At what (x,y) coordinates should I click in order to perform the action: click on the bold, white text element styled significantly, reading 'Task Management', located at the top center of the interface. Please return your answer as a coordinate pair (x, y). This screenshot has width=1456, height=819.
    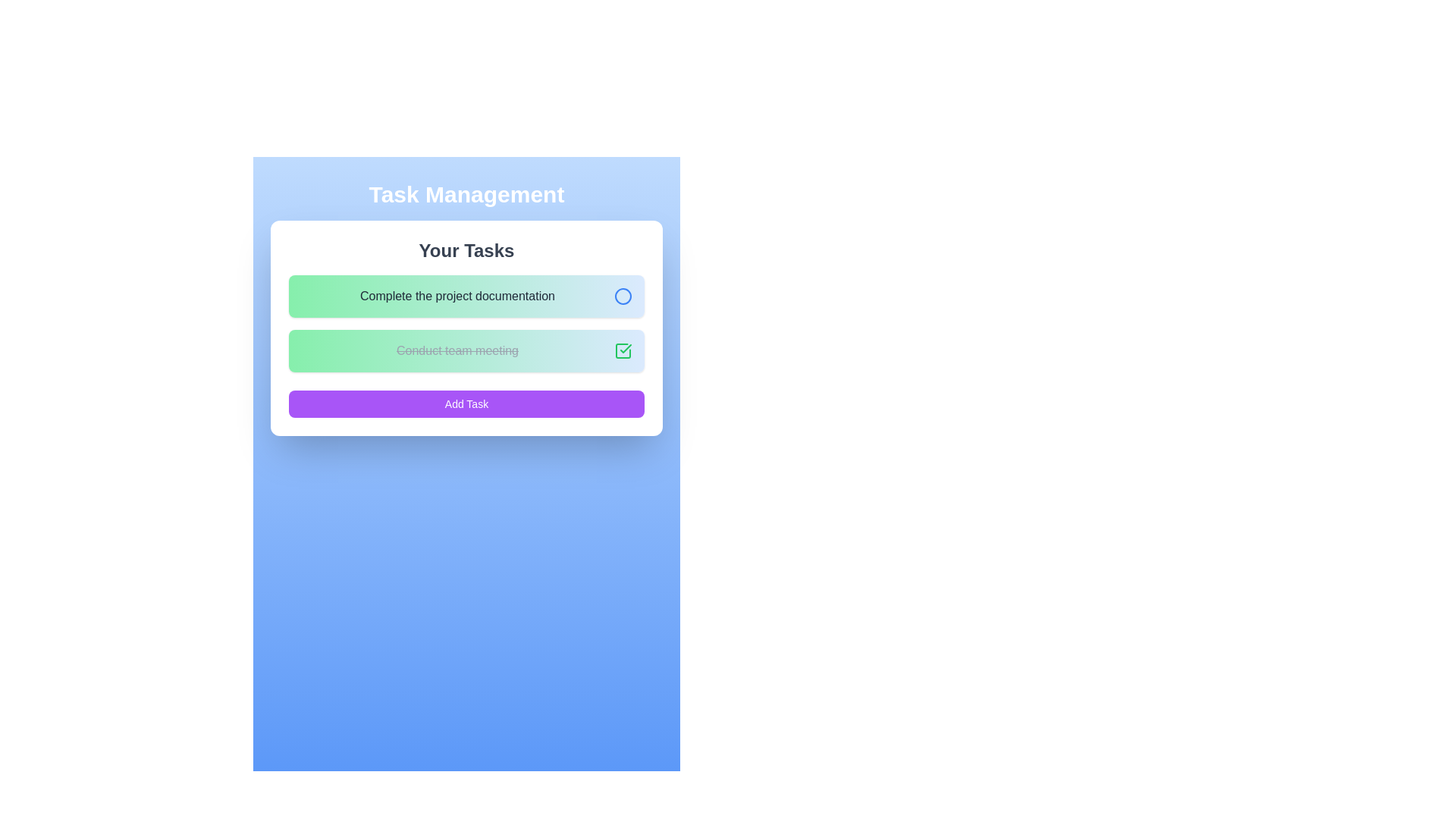
    Looking at the image, I should click on (466, 194).